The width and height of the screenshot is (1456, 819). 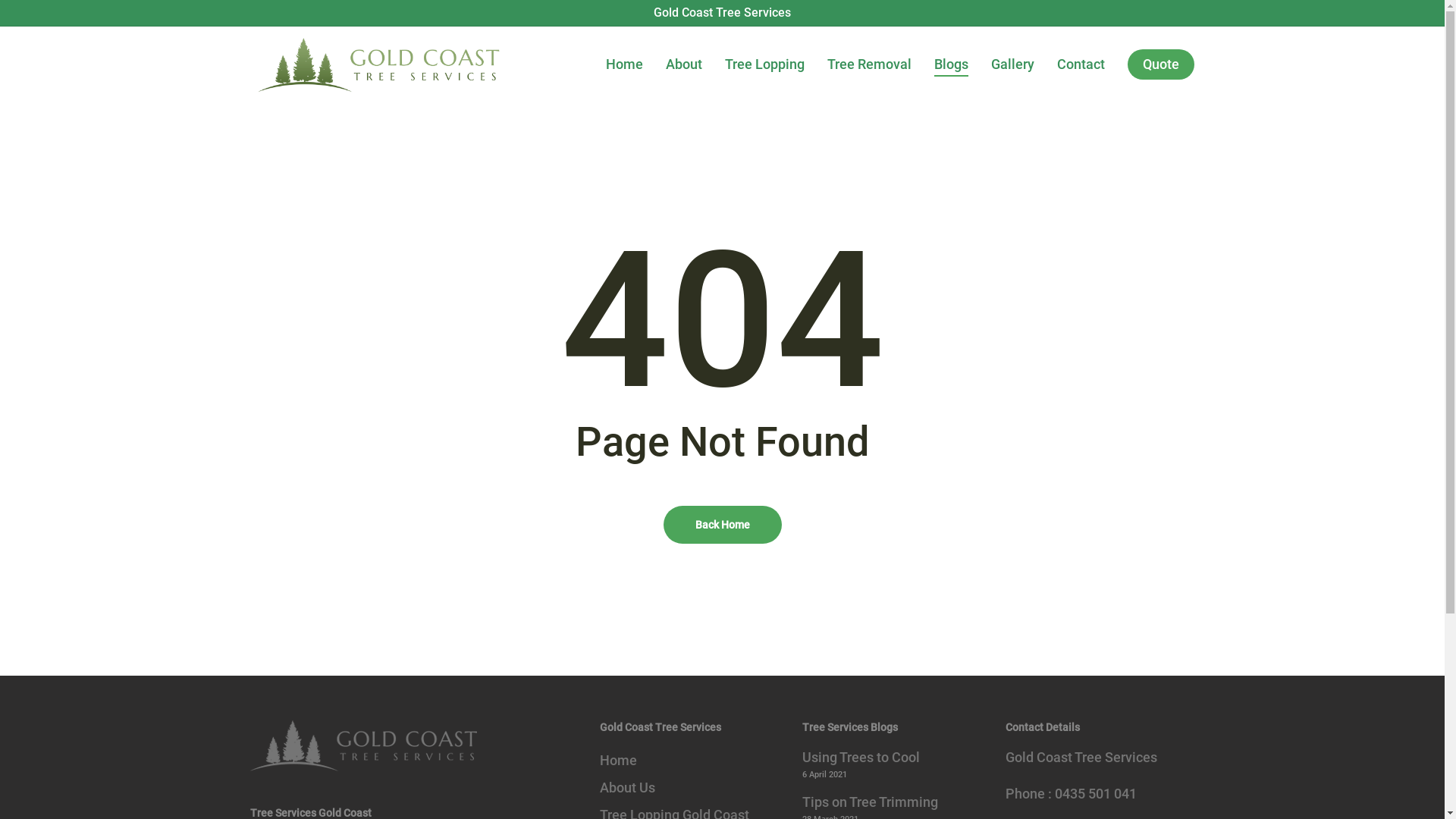 What do you see at coordinates (1080, 63) in the screenshot?
I see `'Contact'` at bounding box center [1080, 63].